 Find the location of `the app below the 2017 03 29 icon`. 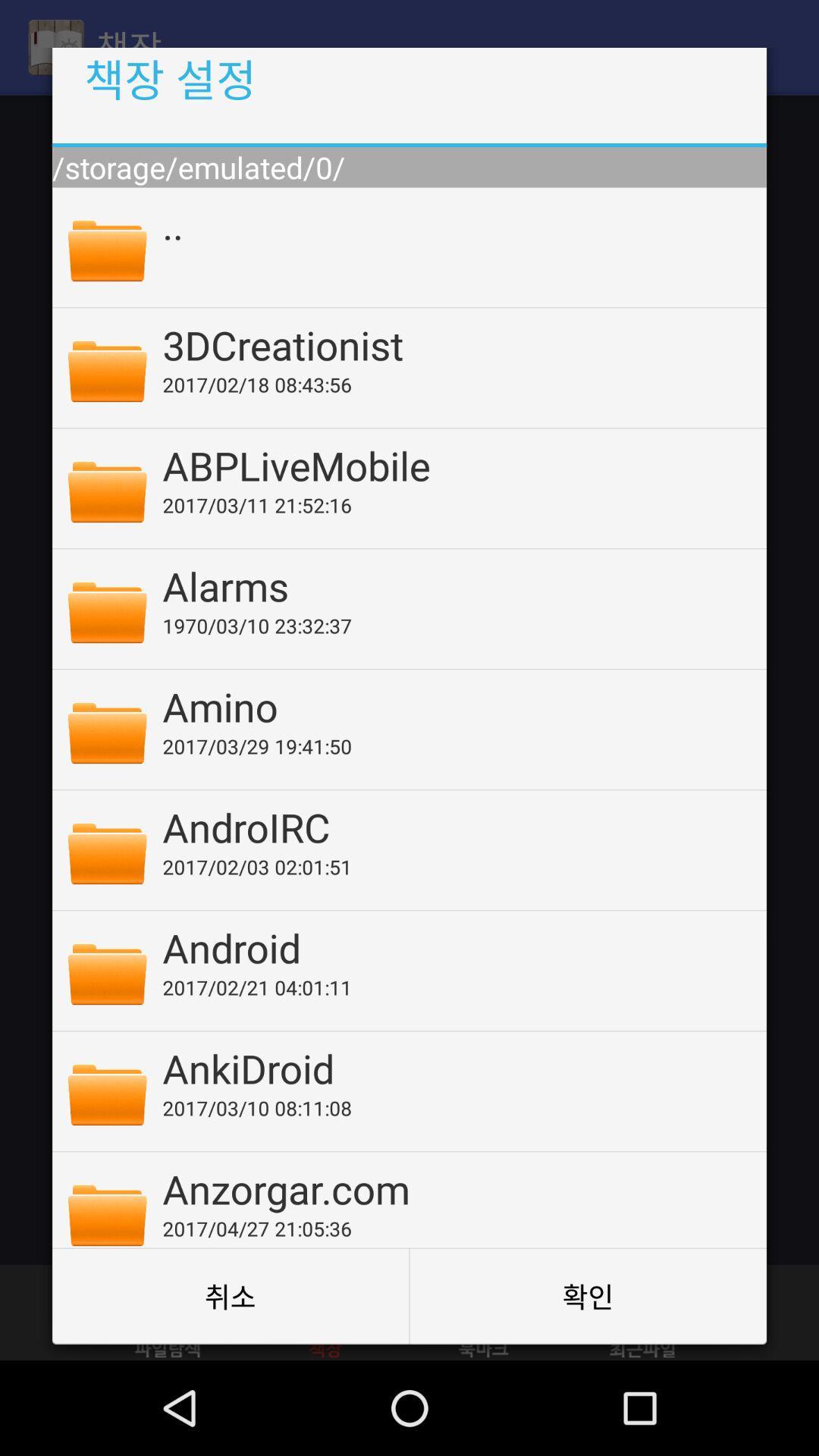

the app below the 2017 03 29 icon is located at coordinates (453, 826).